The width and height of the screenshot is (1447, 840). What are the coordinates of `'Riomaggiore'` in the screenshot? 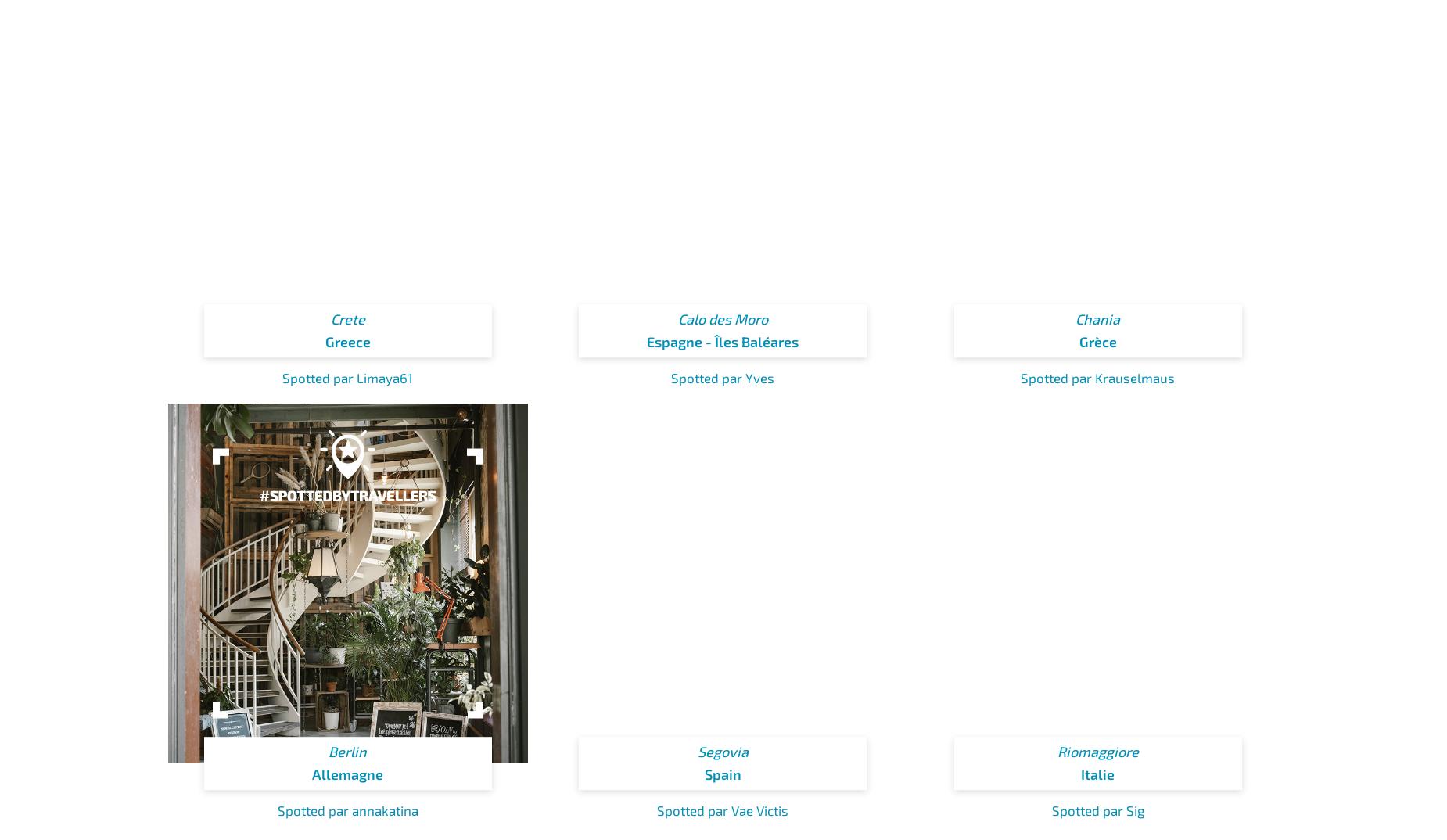 It's located at (1097, 752).